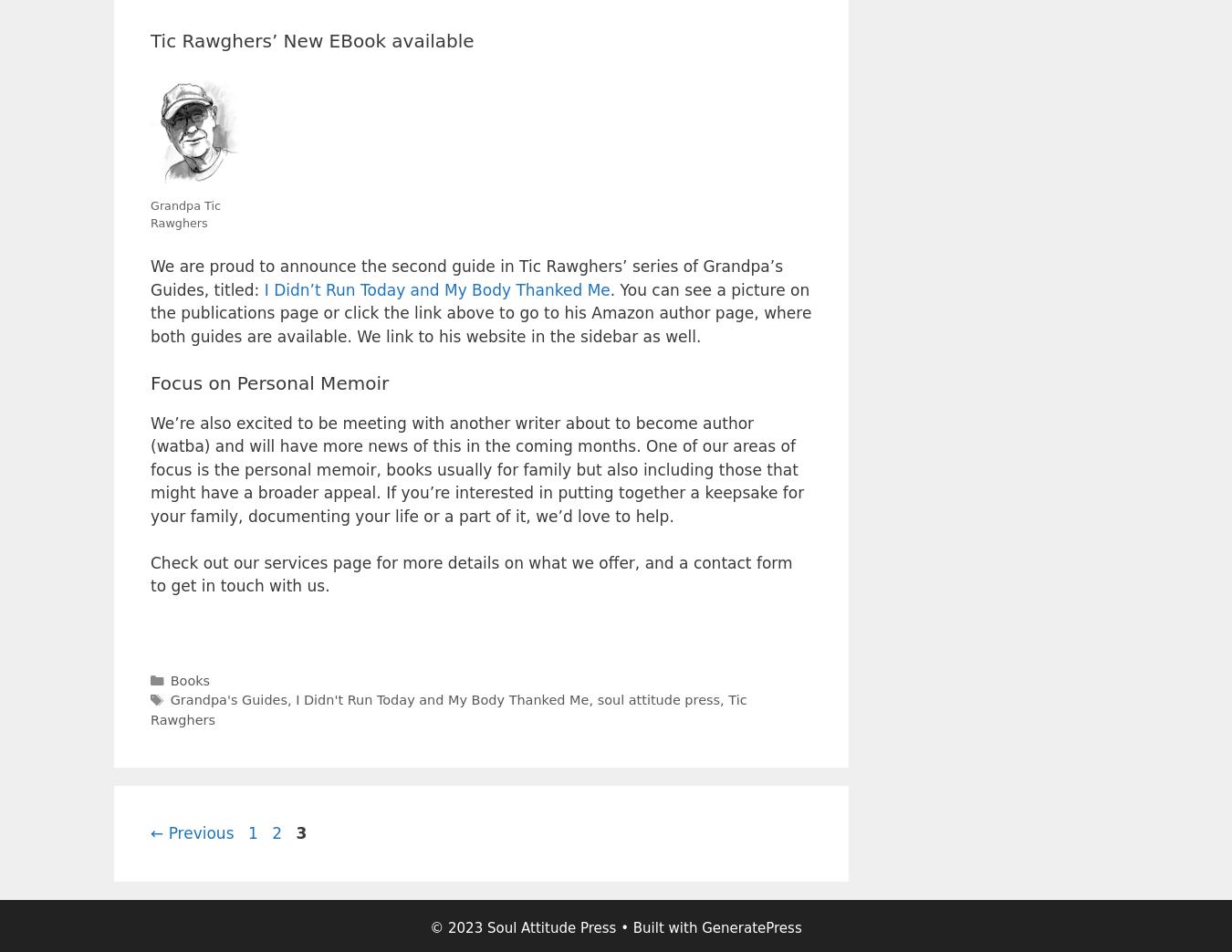 This screenshot has height=952, width=1232. I want to click on 'Check out our services page for more details on what we offer, and a contact form to get in touch with us.', so click(470, 573).